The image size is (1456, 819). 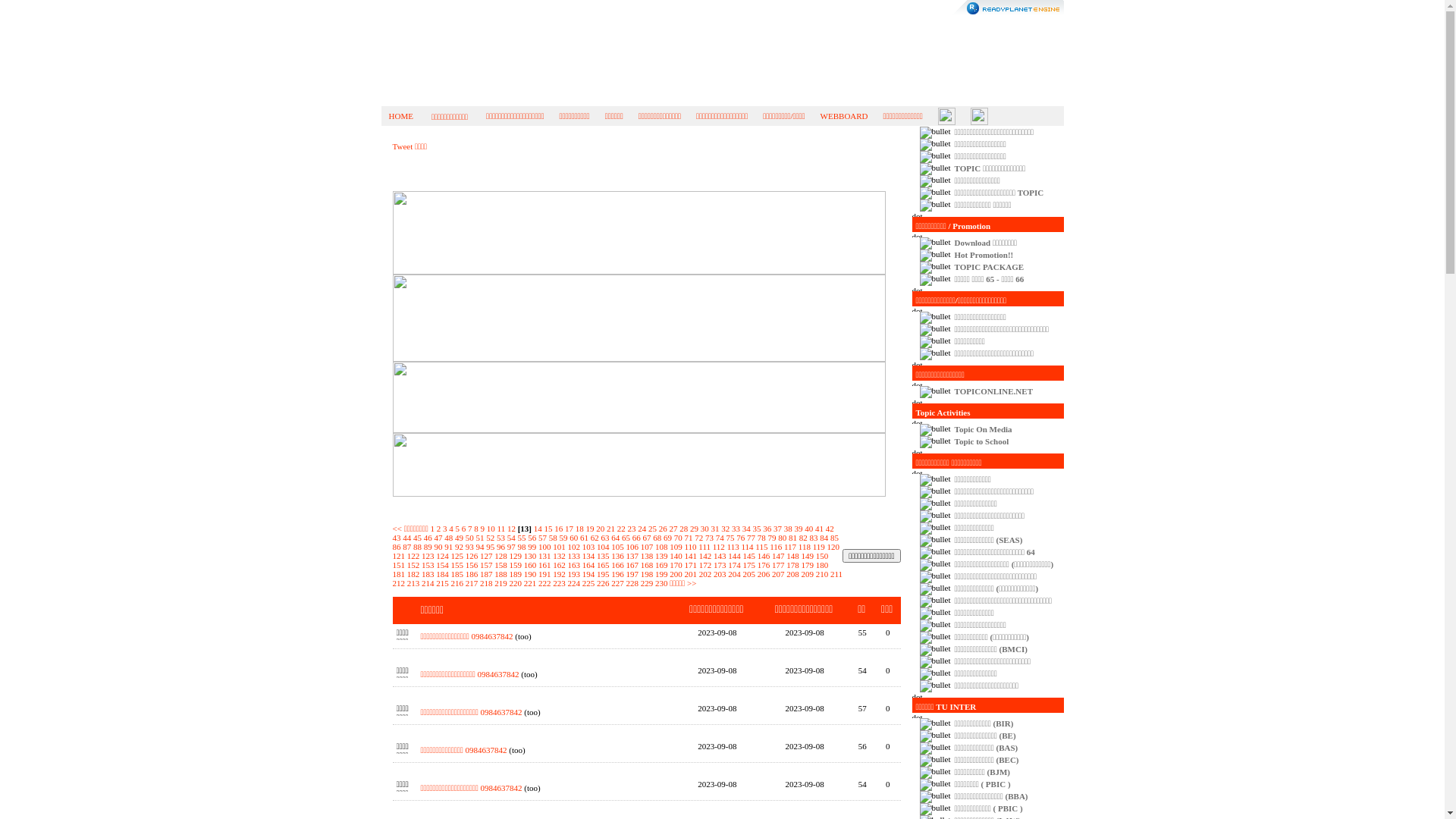 What do you see at coordinates (427, 537) in the screenshot?
I see `'46'` at bounding box center [427, 537].